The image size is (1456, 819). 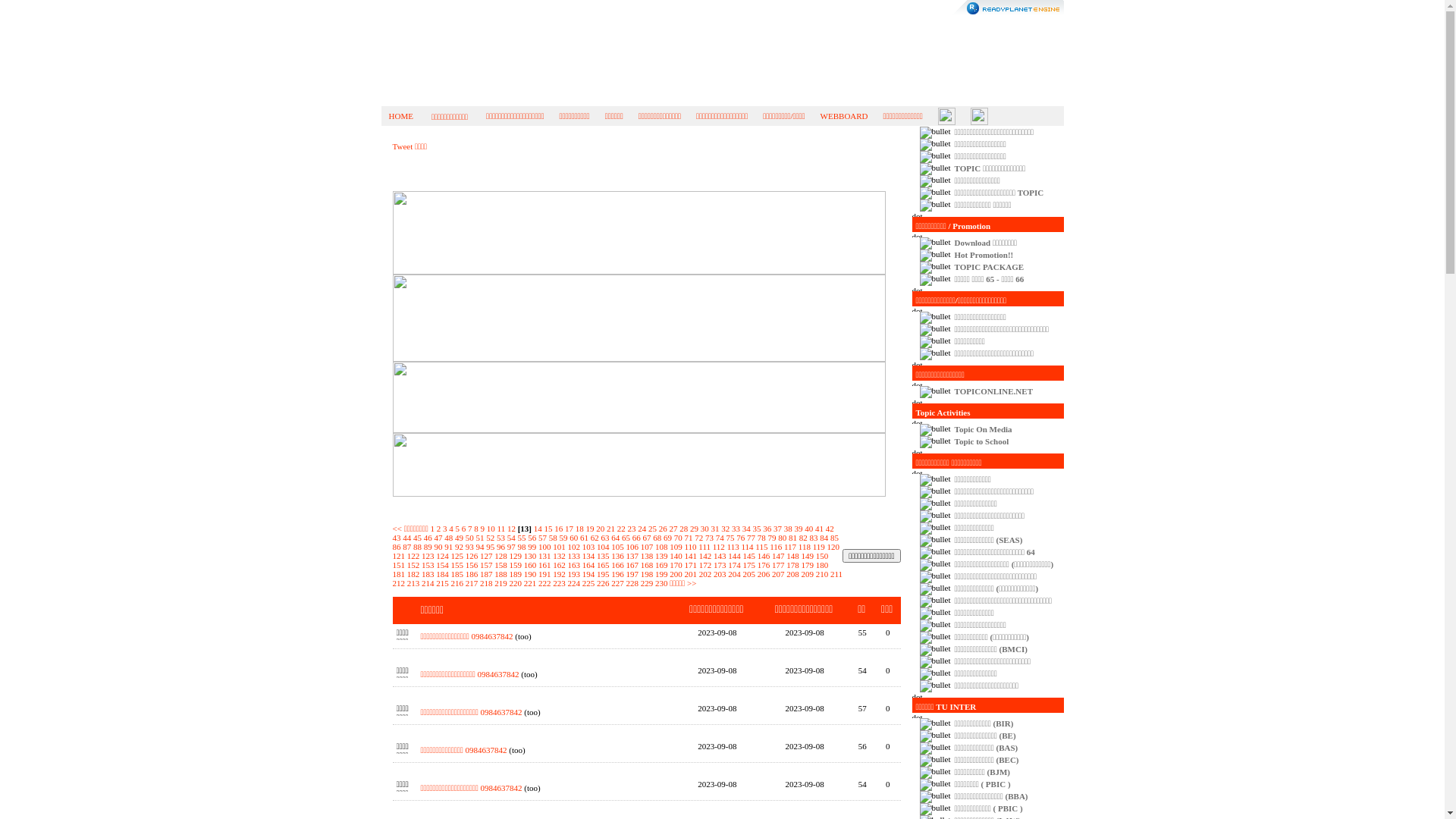 What do you see at coordinates (427, 537) in the screenshot?
I see `'46'` at bounding box center [427, 537].